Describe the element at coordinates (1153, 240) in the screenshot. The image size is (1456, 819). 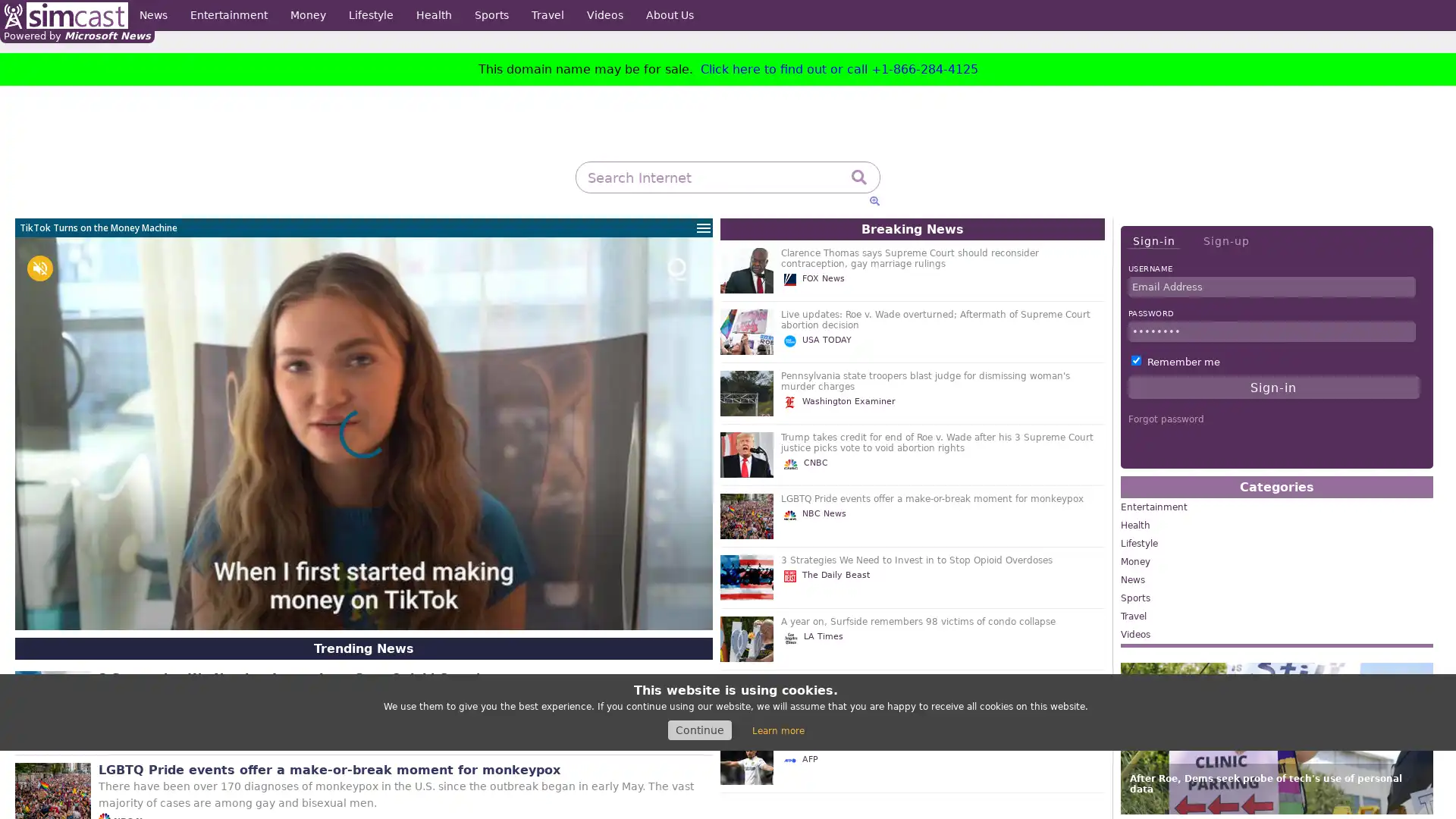
I see `Sign-in` at that location.